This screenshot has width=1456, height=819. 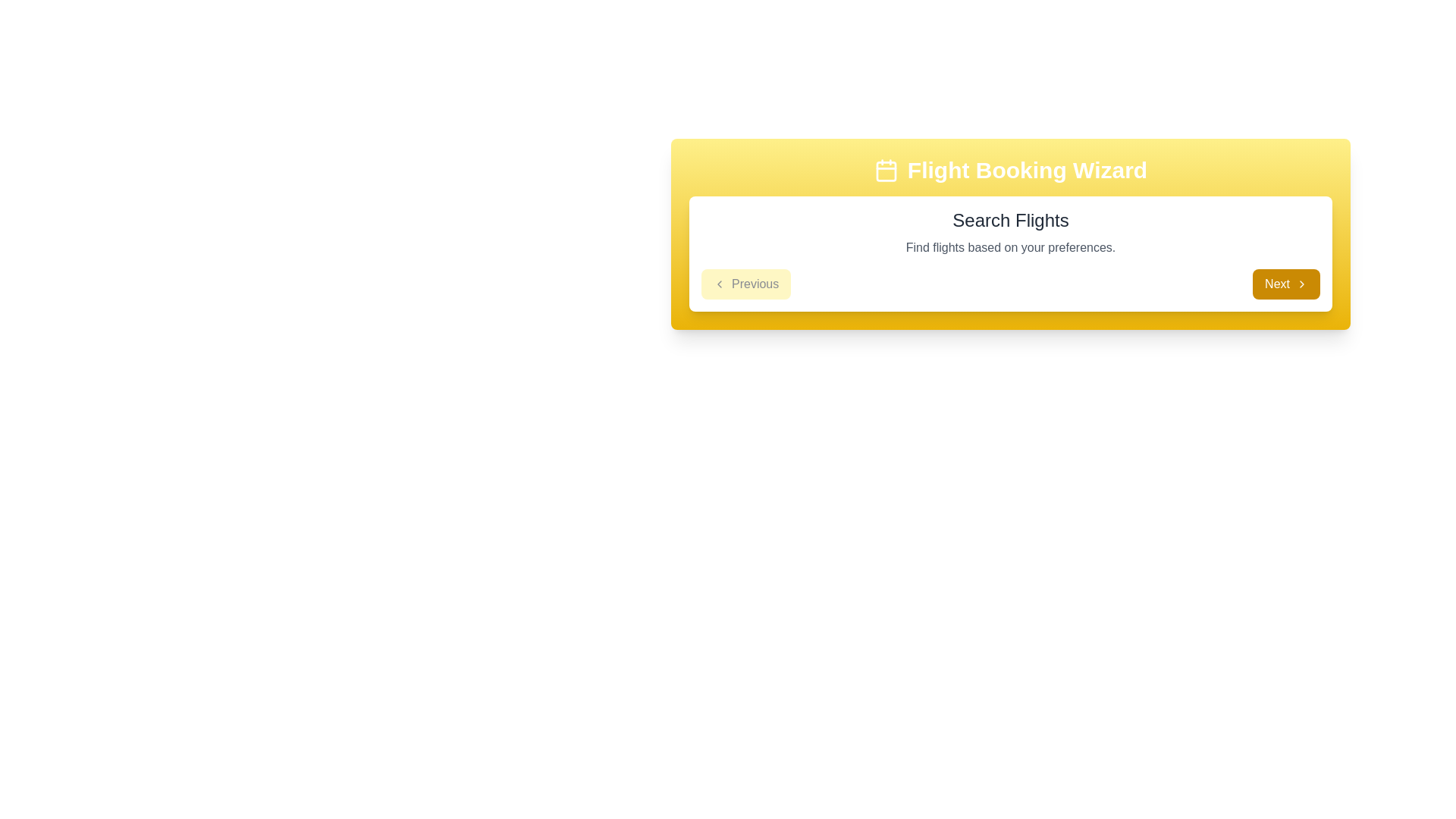 What do you see at coordinates (1301, 284) in the screenshot?
I see `the 'Next' button which contains the chevron icon indicating forward navigation` at bounding box center [1301, 284].